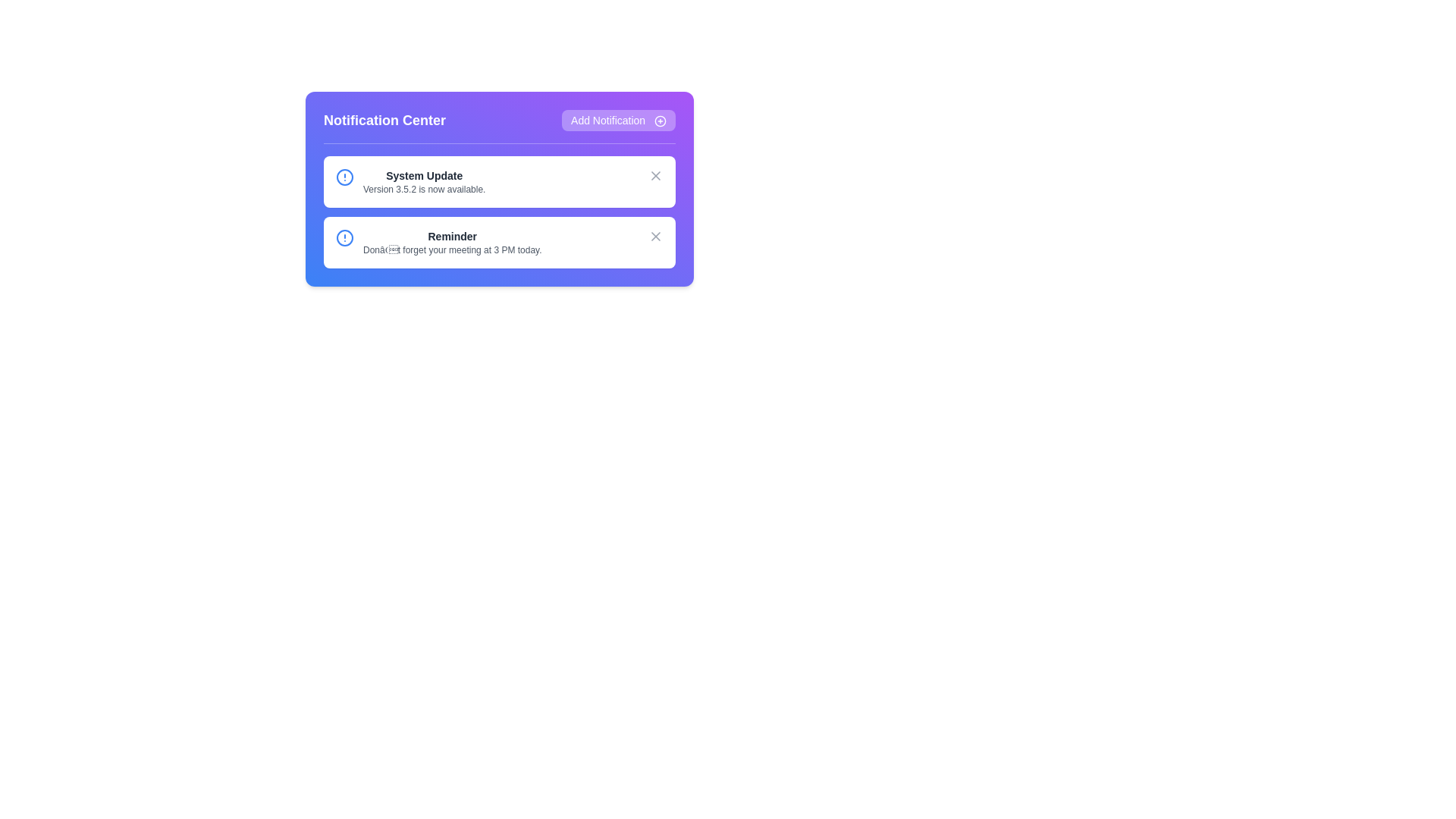 This screenshot has width=1456, height=819. What do you see at coordinates (424, 180) in the screenshot?
I see `notification content titled 'System Update' which shows the details 'Version 3.5.2 is now available.'` at bounding box center [424, 180].